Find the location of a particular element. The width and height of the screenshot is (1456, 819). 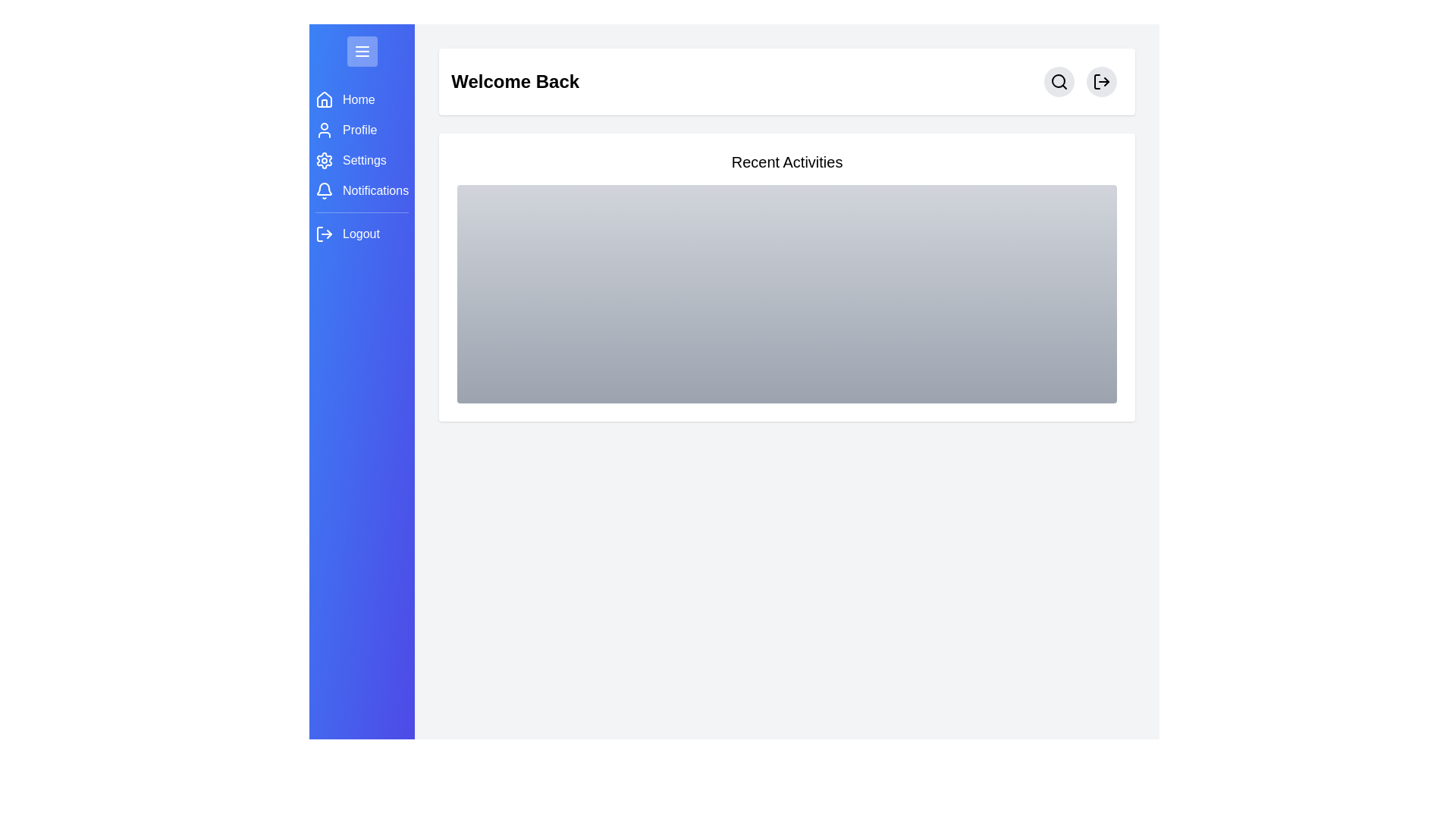

the house-shaped icon in the sidebar, located at the top-left of the interface is located at coordinates (323, 99).